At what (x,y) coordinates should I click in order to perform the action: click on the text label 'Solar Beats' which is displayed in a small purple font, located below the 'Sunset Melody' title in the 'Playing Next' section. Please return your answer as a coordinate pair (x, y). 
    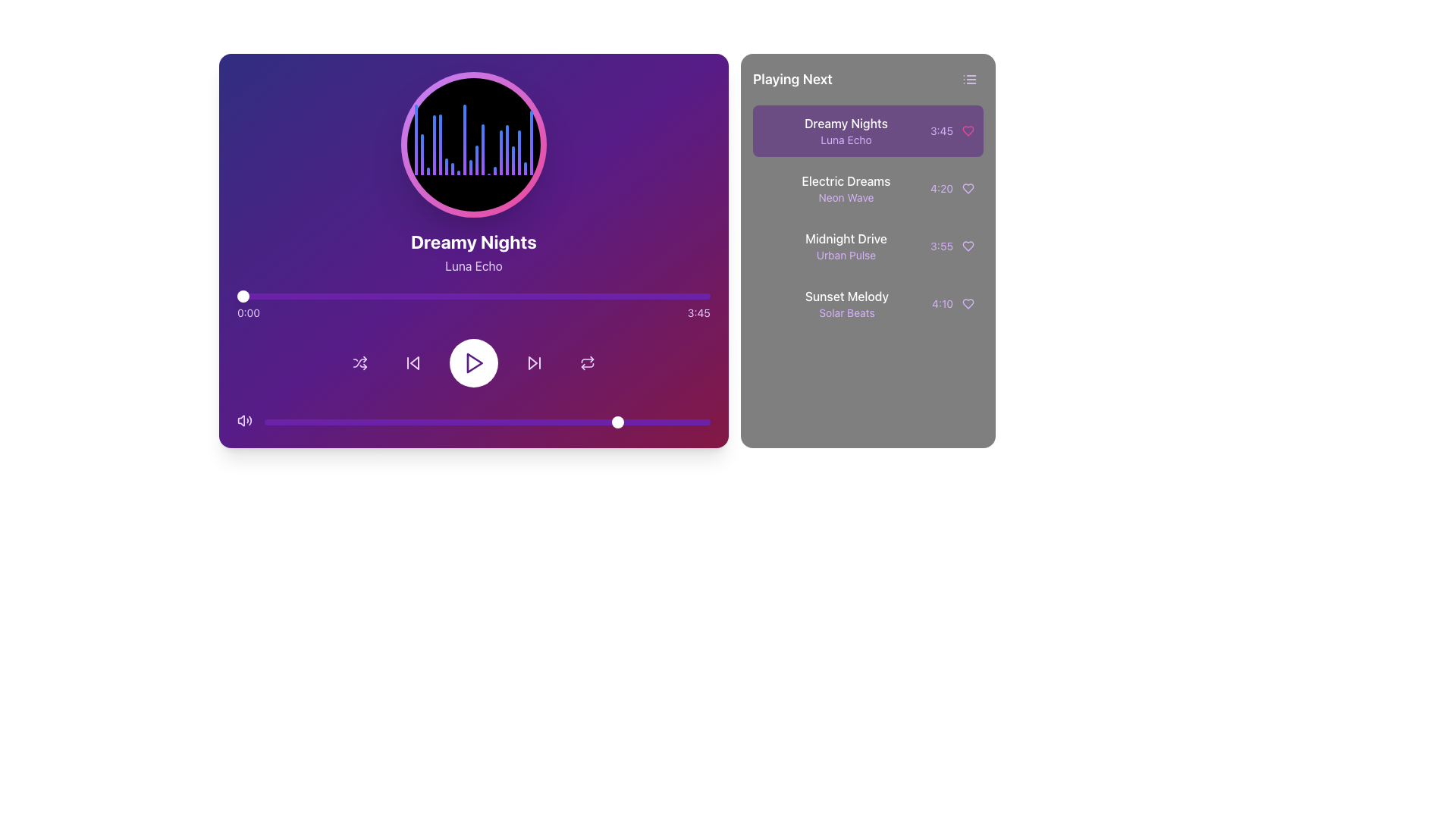
    Looking at the image, I should click on (846, 312).